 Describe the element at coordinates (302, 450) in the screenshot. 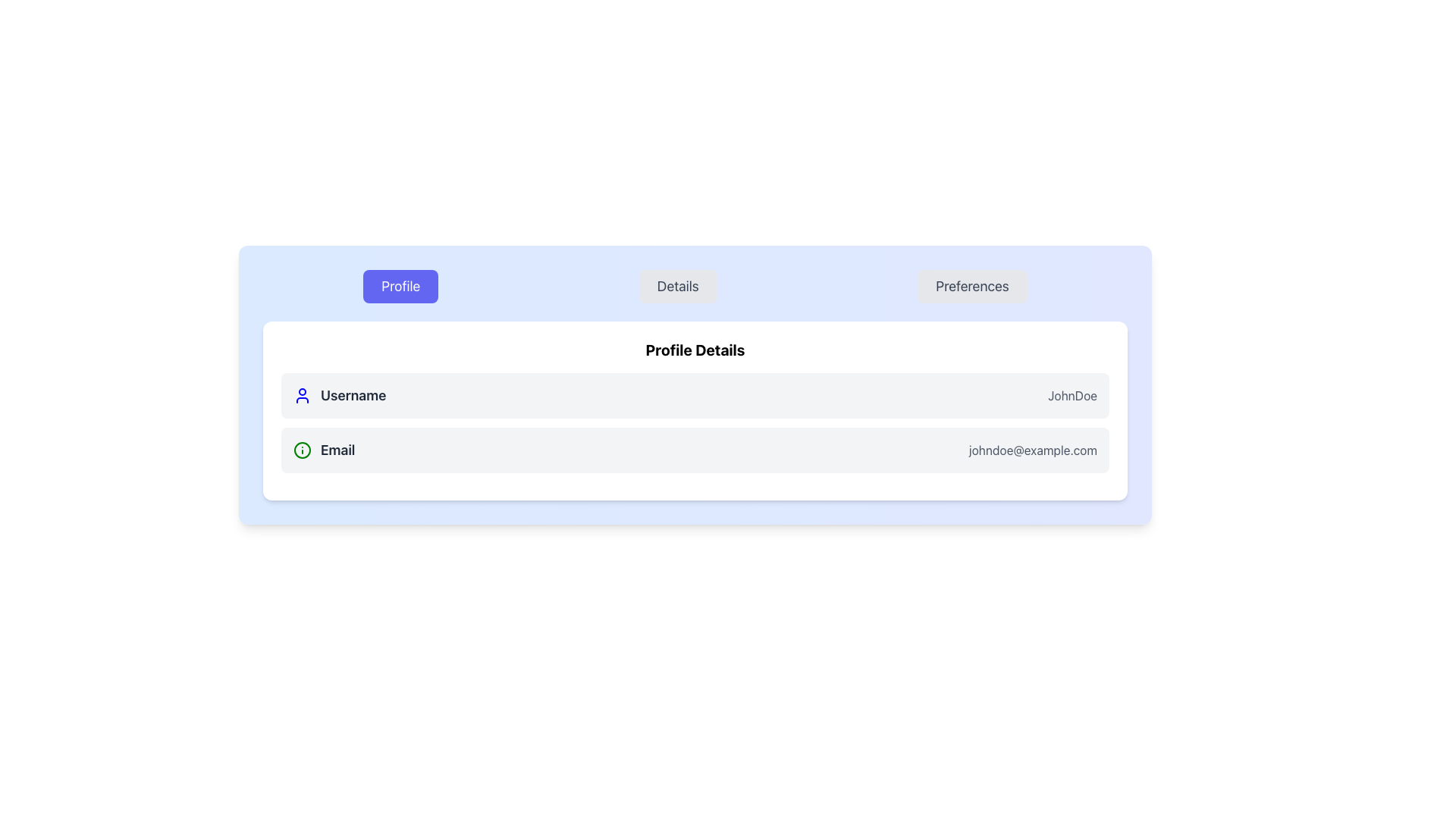

I see `the informational icon related to the 'Email' field in the 'Profile Details' section` at that location.